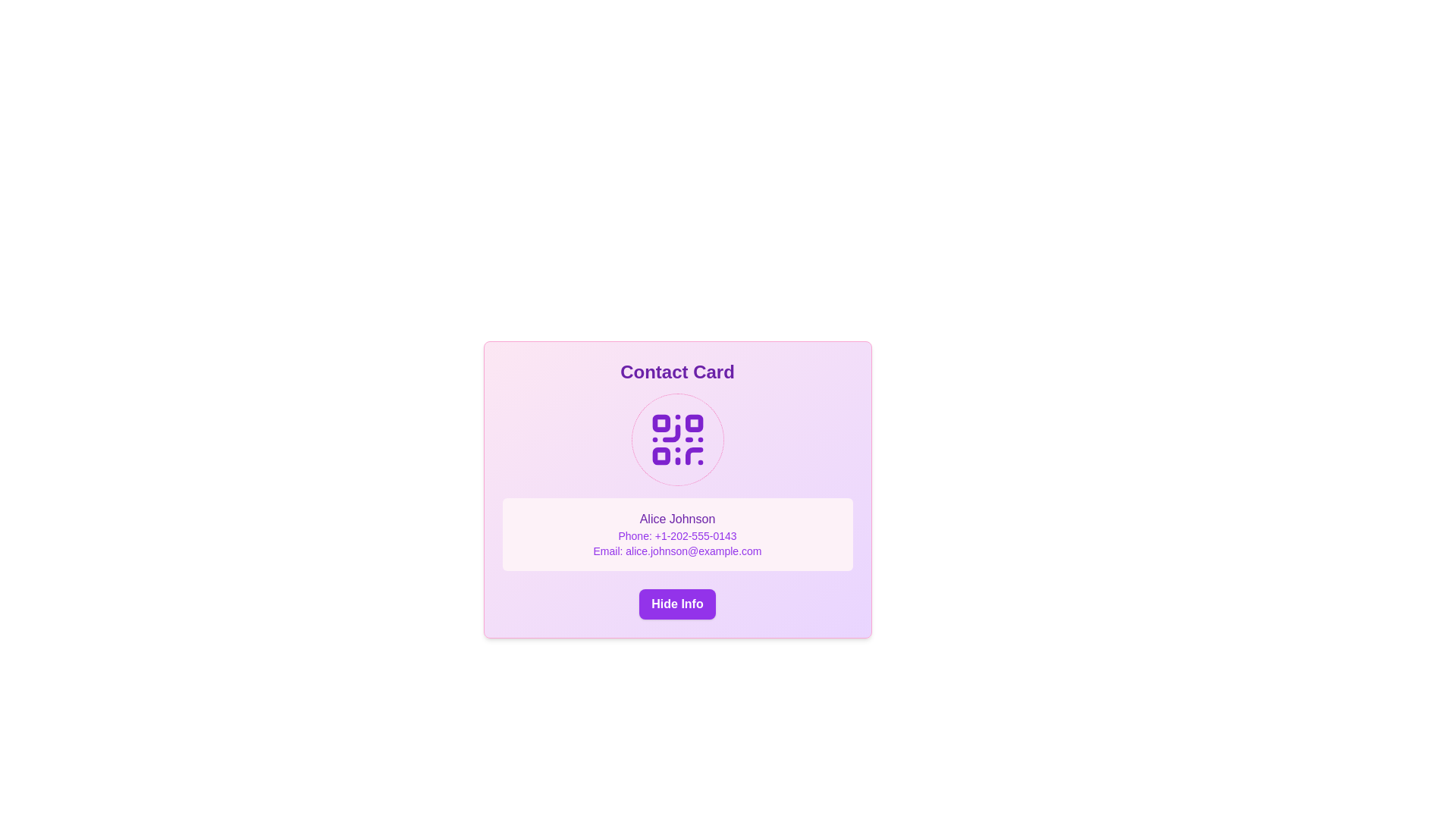 This screenshot has height=819, width=1456. What do you see at coordinates (661, 423) in the screenshot?
I see `the first decorative square in the QR code graphic, which is styled in purple and located at the top-left of the QR code` at bounding box center [661, 423].